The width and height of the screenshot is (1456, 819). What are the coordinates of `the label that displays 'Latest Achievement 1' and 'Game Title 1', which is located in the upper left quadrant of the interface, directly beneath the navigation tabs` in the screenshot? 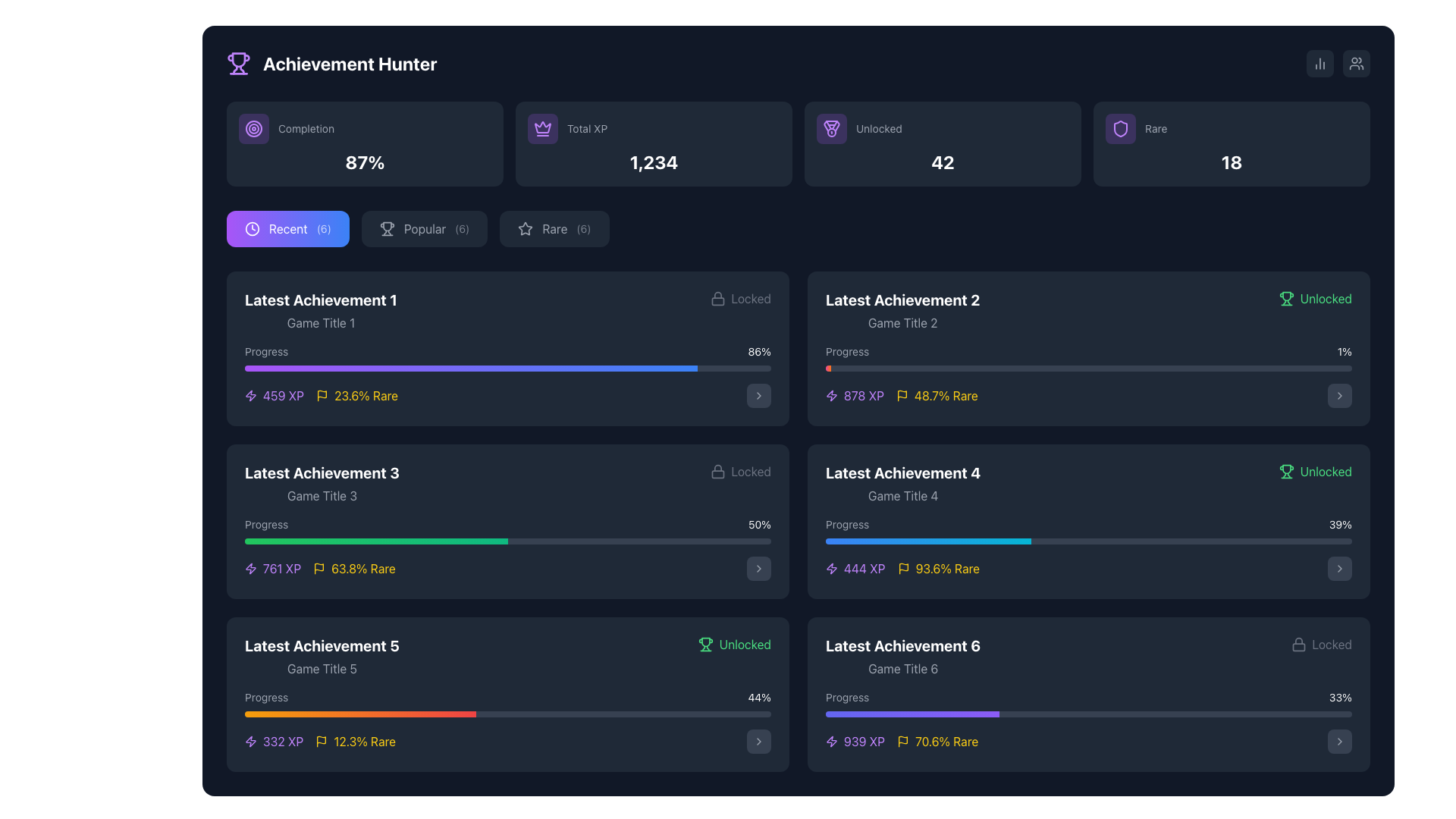 It's located at (320, 309).